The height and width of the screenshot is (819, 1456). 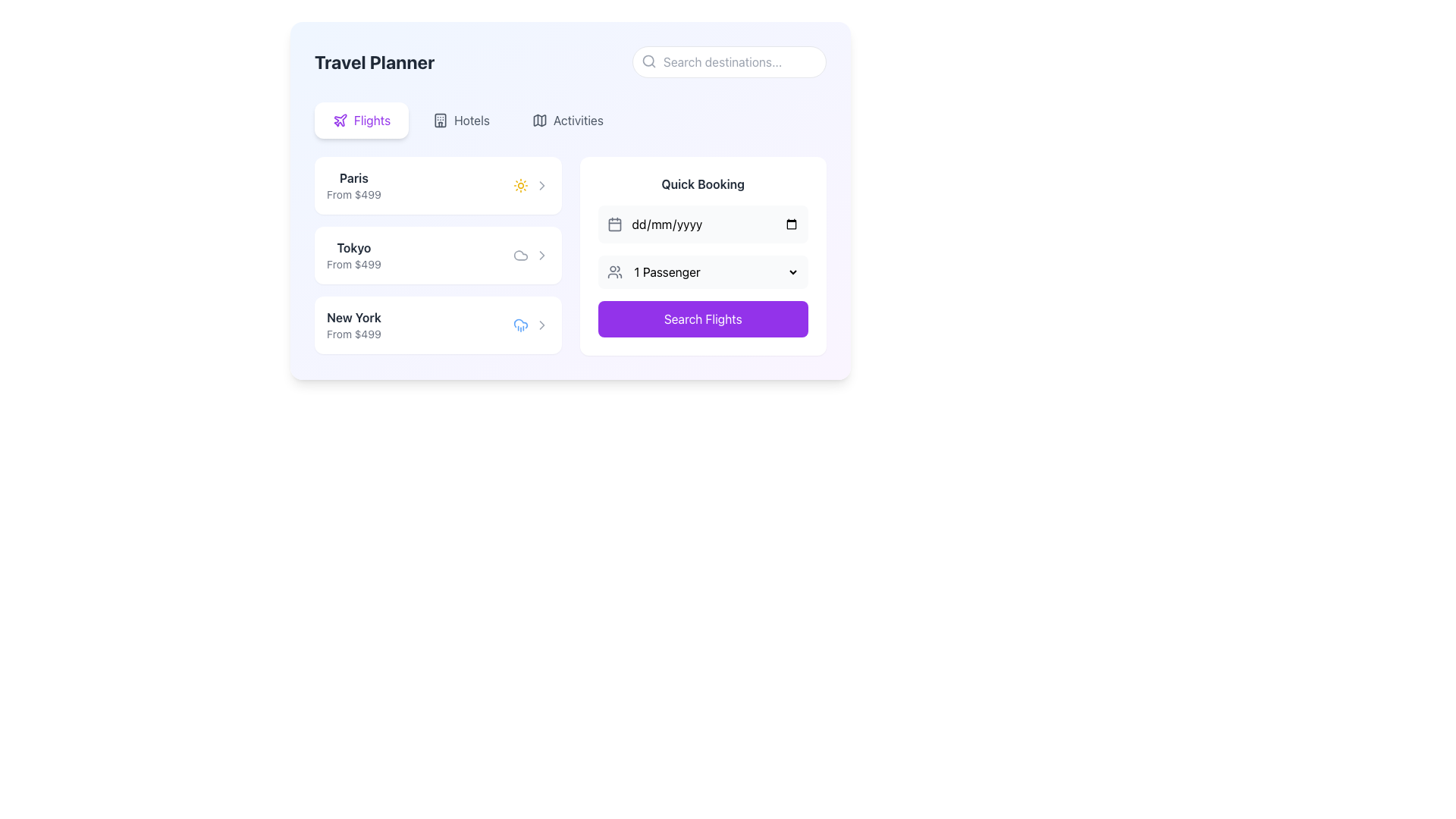 What do you see at coordinates (702, 256) in the screenshot?
I see `the dropdown menu for selecting the number of passengers in the Quick Booking card` at bounding box center [702, 256].